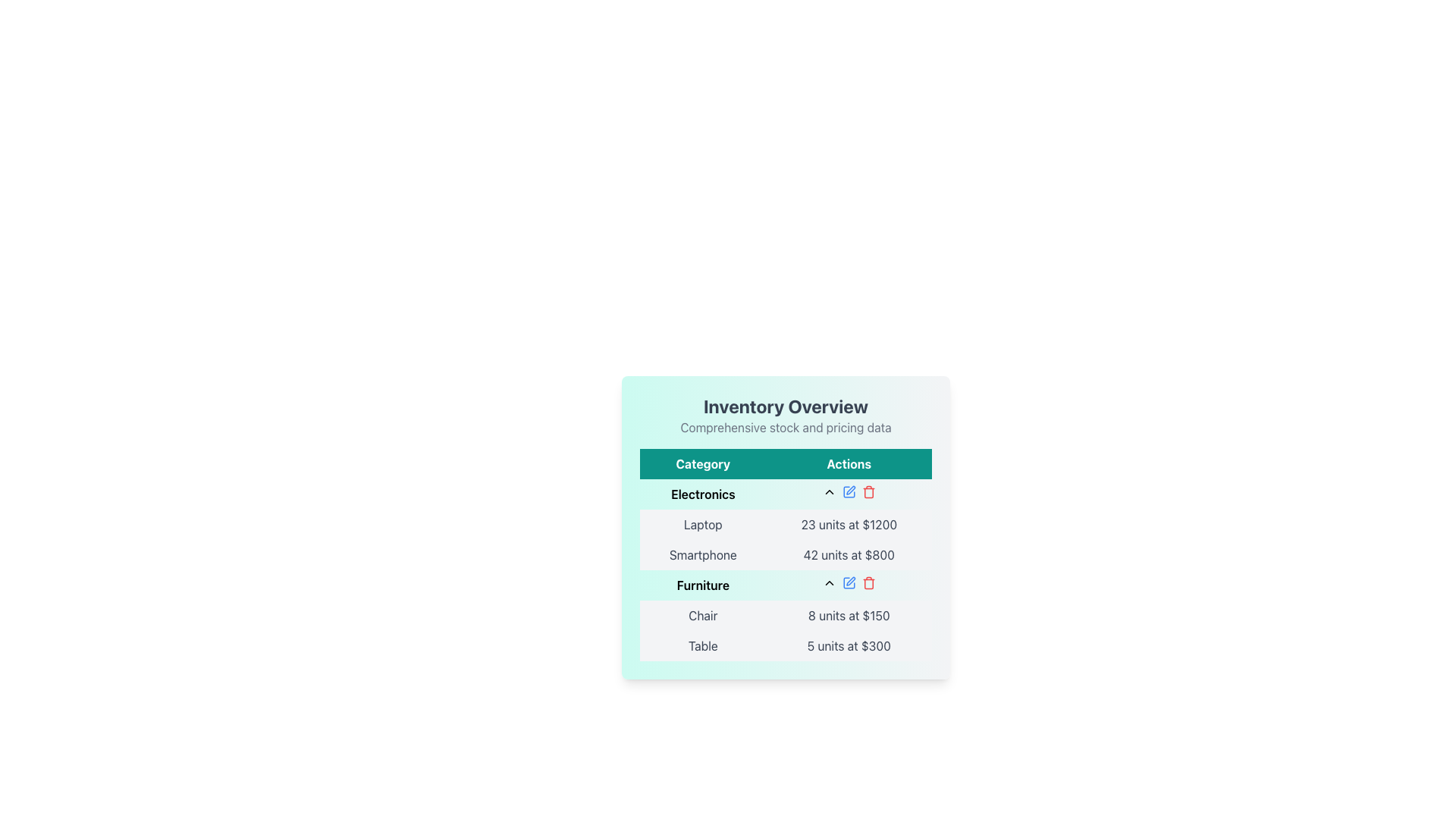  I want to click on the Button-like label that serves as a header for the action-related controls, positioned to the right of the 'Category' button, so click(848, 463).